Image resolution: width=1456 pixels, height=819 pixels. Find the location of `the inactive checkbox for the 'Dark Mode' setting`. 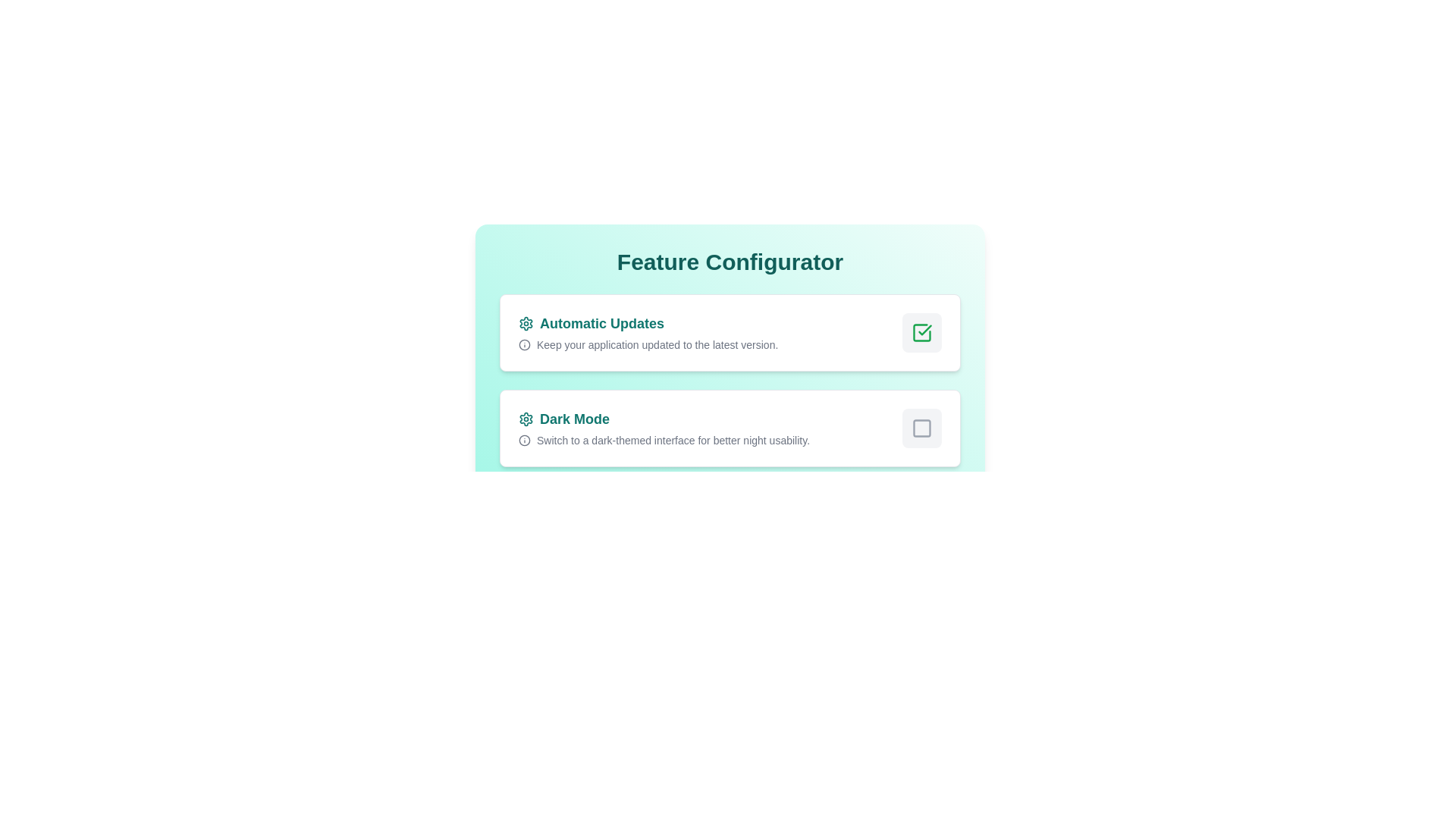

the inactive checkbox for the 'Dark Mode' setting is located at coordinates (921, 428).